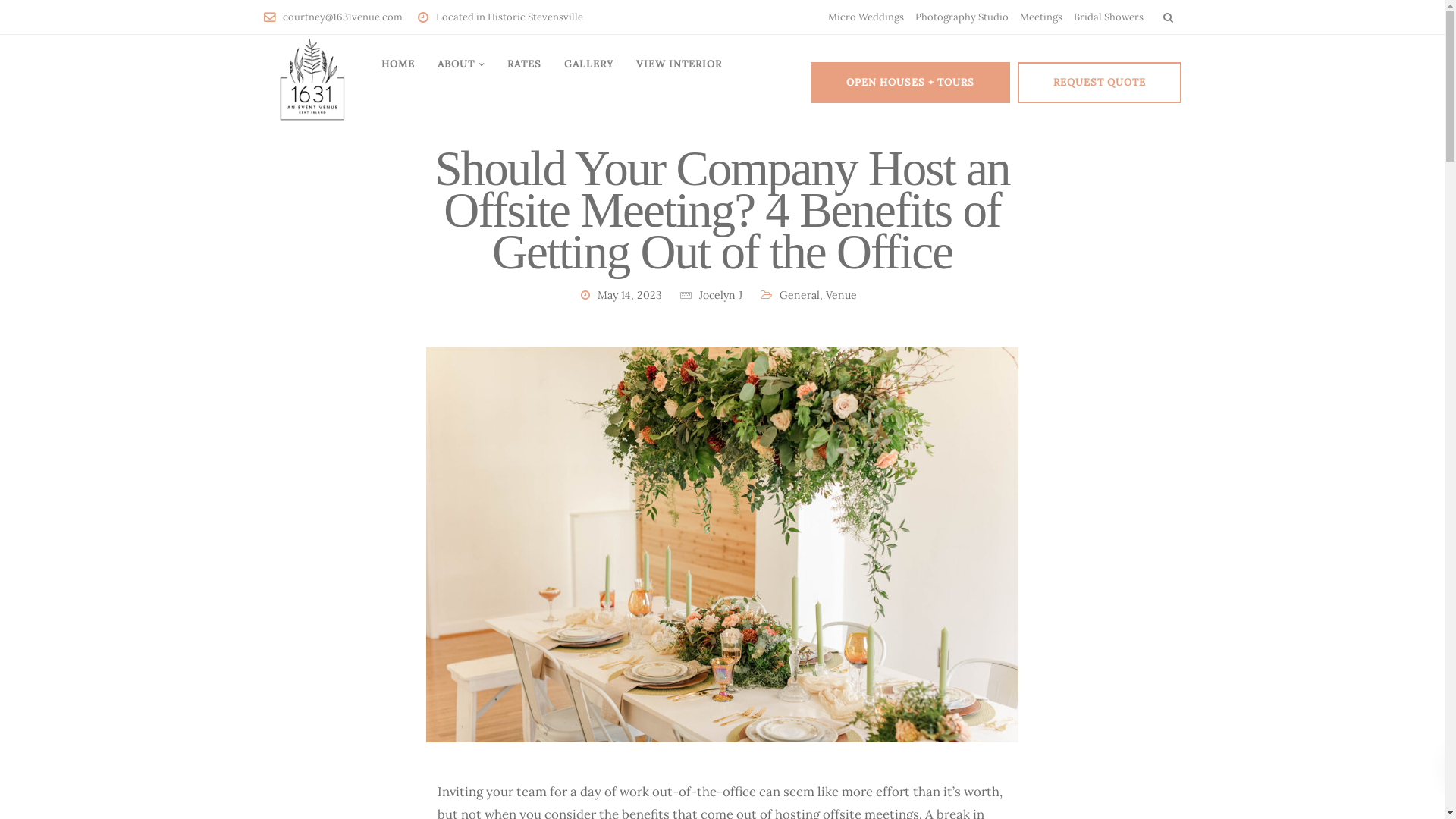 This screenshot has width=1456, height=819. Describe the element at coordinates (432, 359) in the screenshot. I see `'Privacy policy'` at that location.